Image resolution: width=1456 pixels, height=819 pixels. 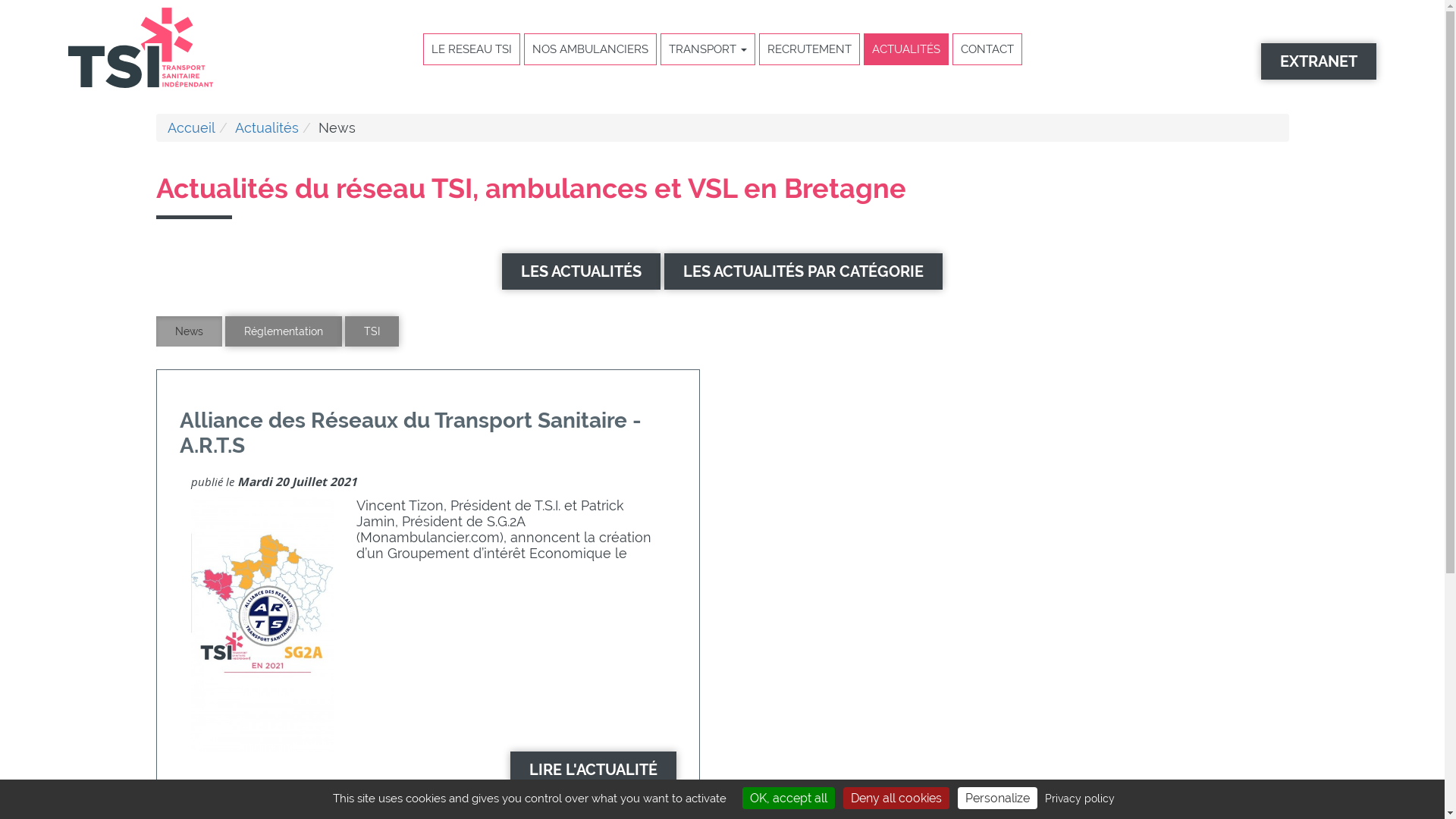 What do you see at coordinates (997, 797) in the screenshot?
I see `'Personalize'` at bounding box center [997, 797].